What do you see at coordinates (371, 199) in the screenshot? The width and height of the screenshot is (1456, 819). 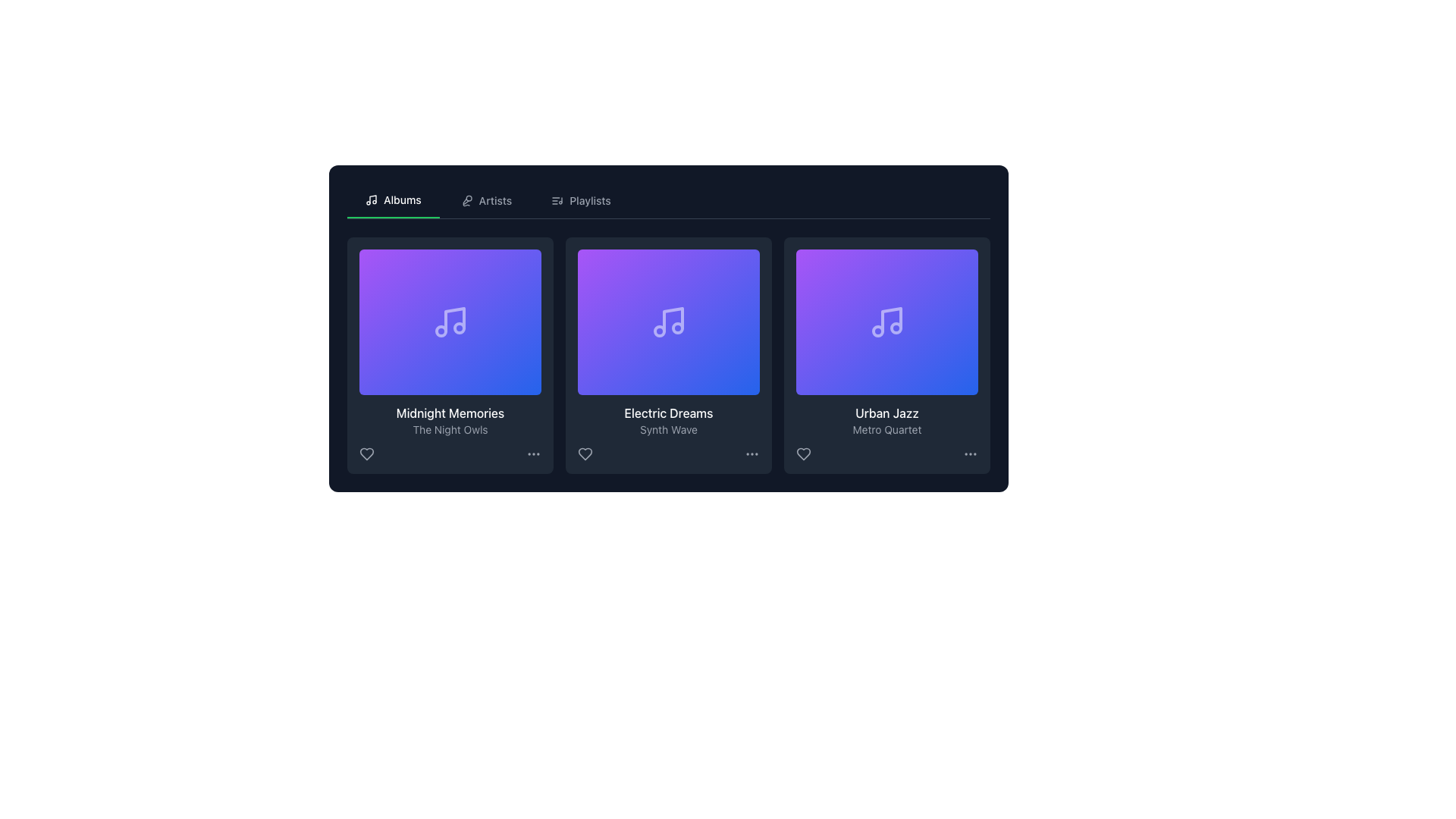 I see `the 'Albums' icon in the navigation menu` at bounding box center [371, 199].